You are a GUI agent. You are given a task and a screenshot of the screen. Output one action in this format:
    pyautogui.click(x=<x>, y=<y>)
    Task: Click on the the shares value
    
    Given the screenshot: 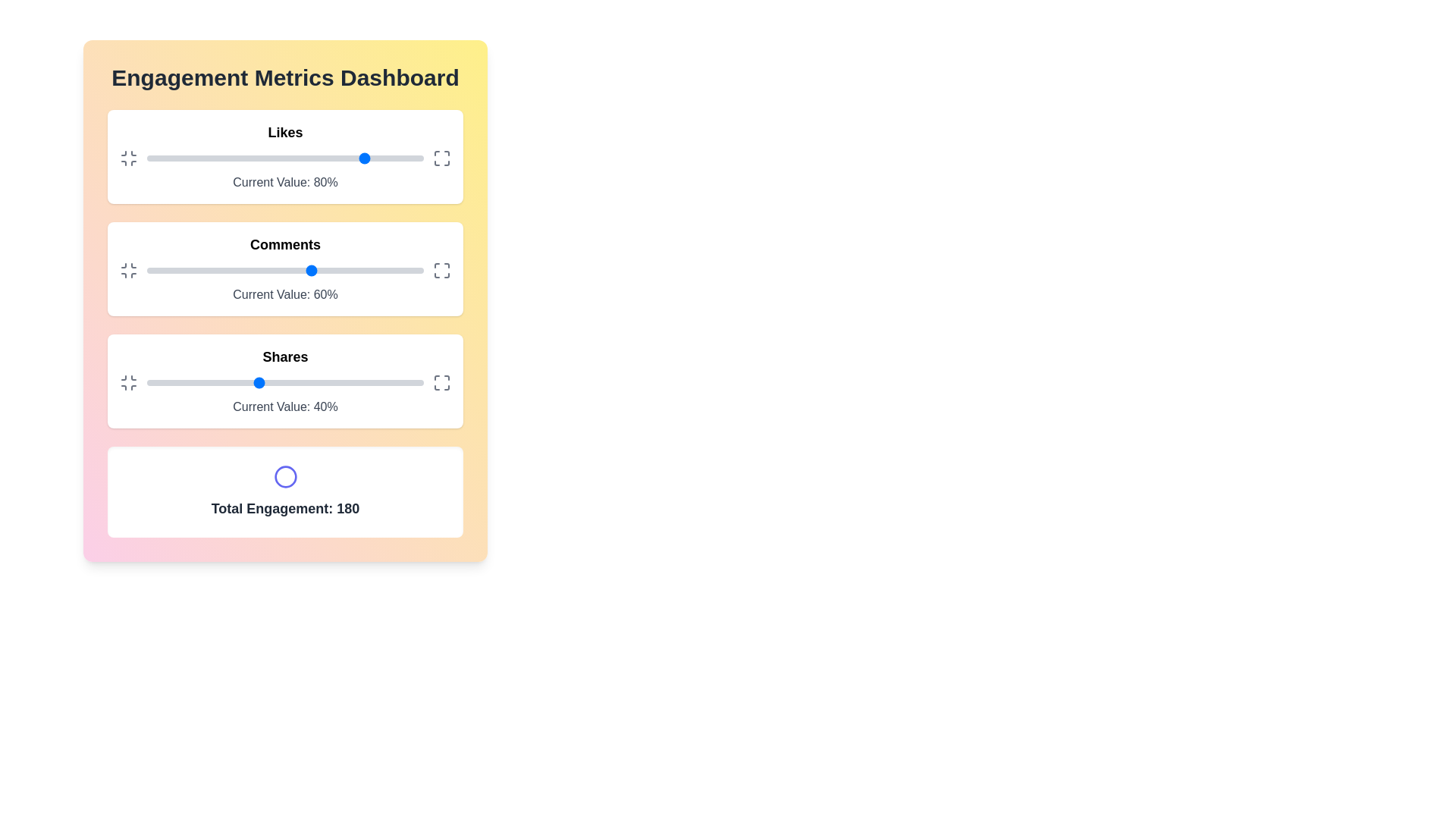 What is the action you would take?
    pyautogui.click(x=328, y=382)
    